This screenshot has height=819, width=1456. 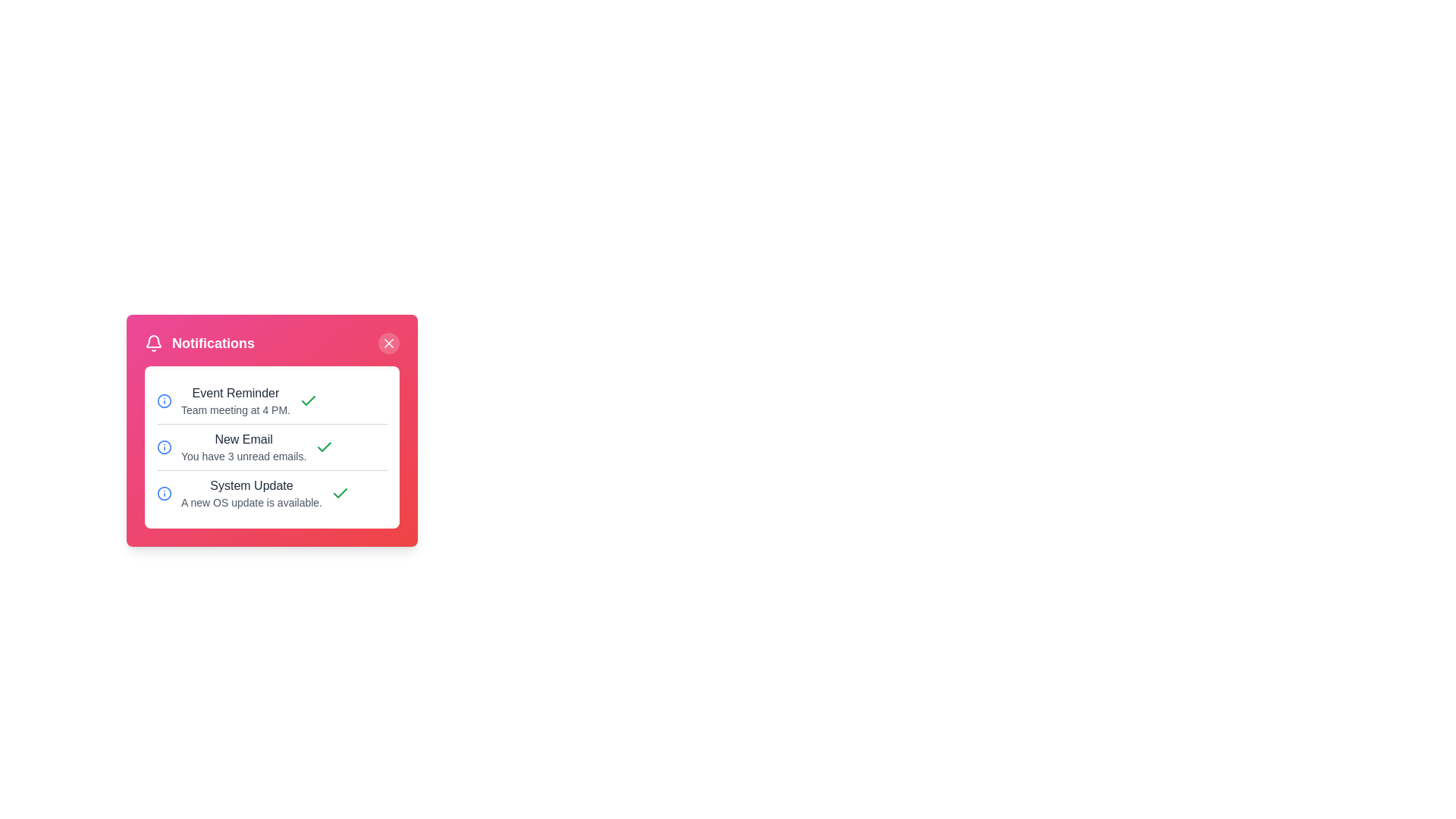 I want to click on the visual indicator icon confirming the 'Event Reminder' notification in the top-most row of the notifications interface, aligned to the right of the 'Event Reminder' text, so click(x=308, y=400).